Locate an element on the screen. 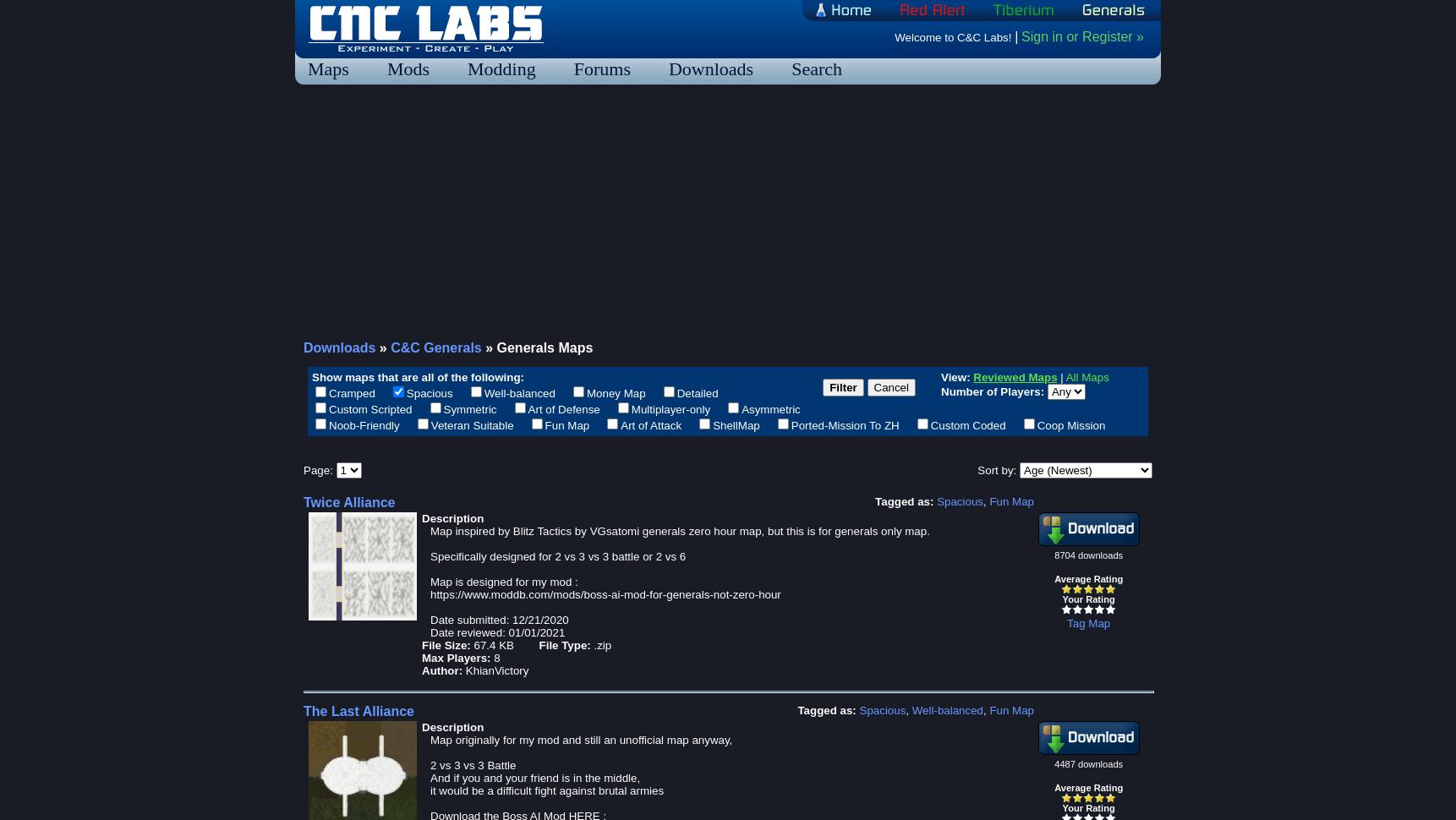 This screenshot has width=1456, height=820. 'Art of Attack' is located at coordinates (651, 424).